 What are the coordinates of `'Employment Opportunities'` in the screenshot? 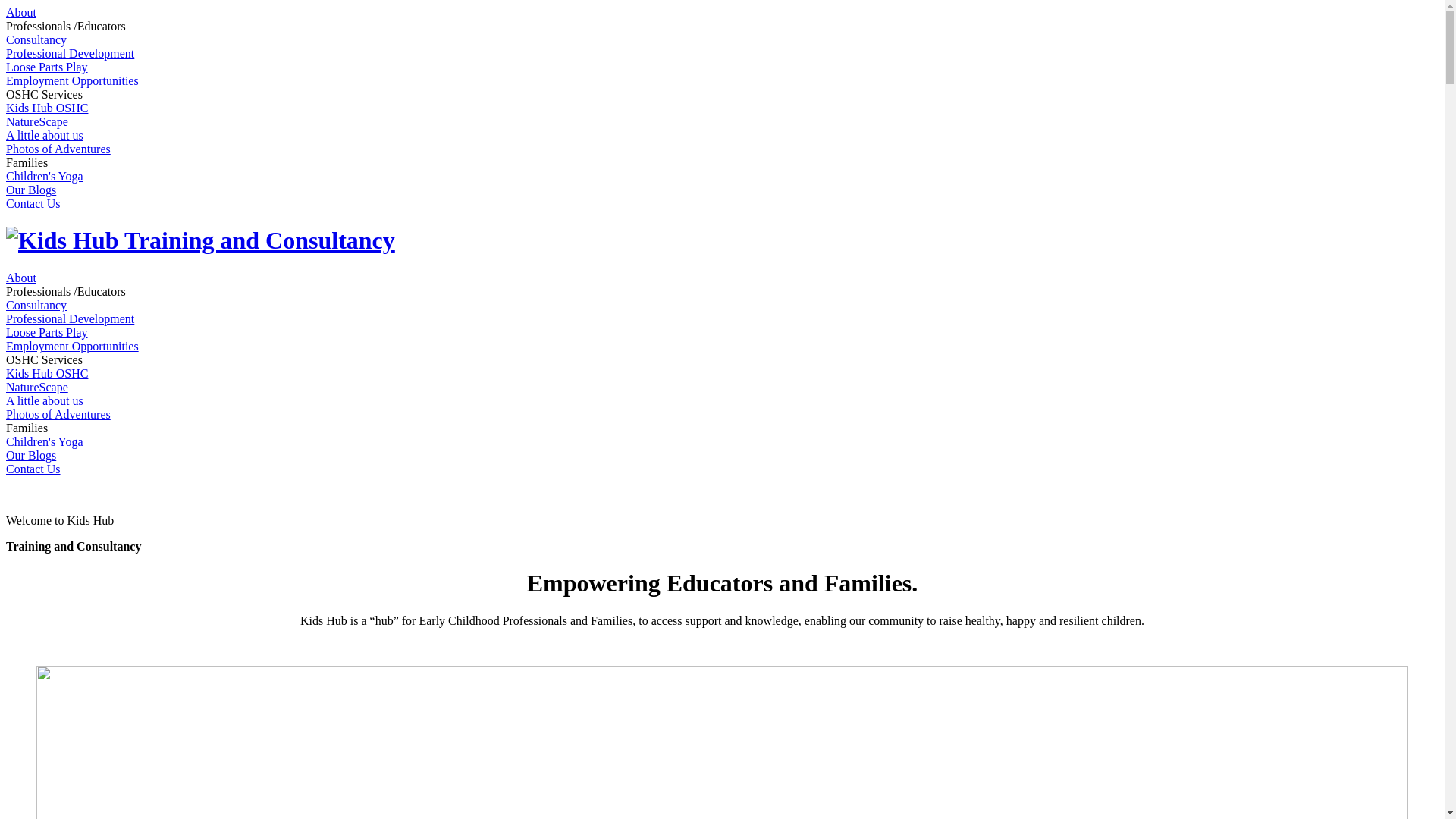 It's located at (71, 346).